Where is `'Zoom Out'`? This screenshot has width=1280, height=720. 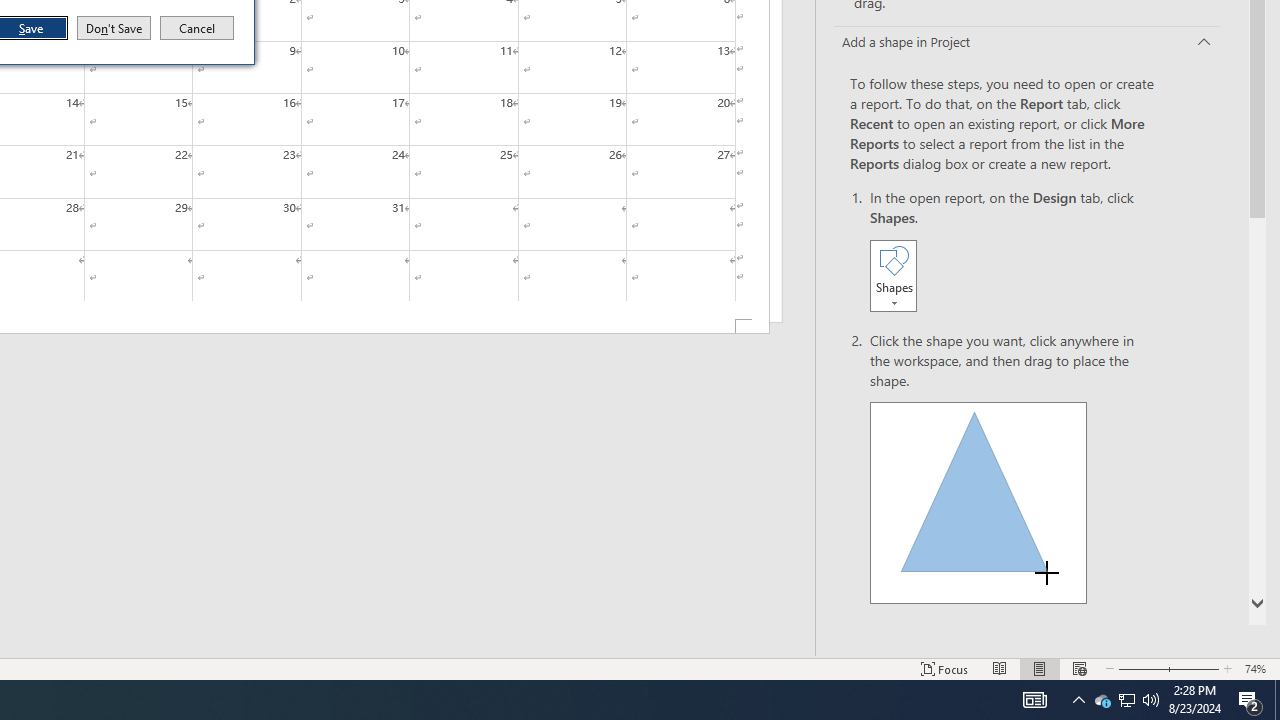 'Zoom Out' is located at coordinates (1136, 669).